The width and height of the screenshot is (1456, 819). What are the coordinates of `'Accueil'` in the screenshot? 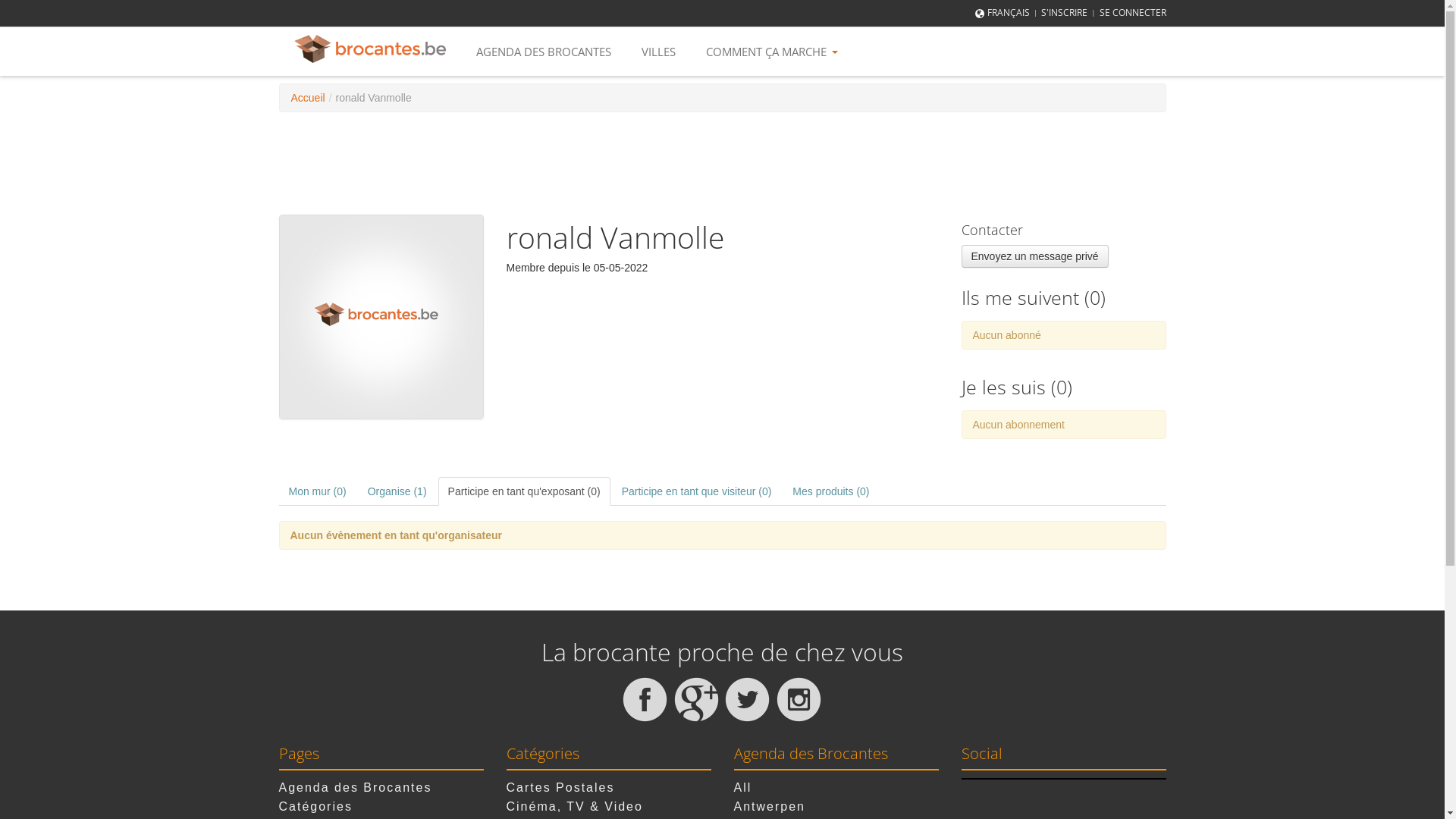 It's located at (307, 97).